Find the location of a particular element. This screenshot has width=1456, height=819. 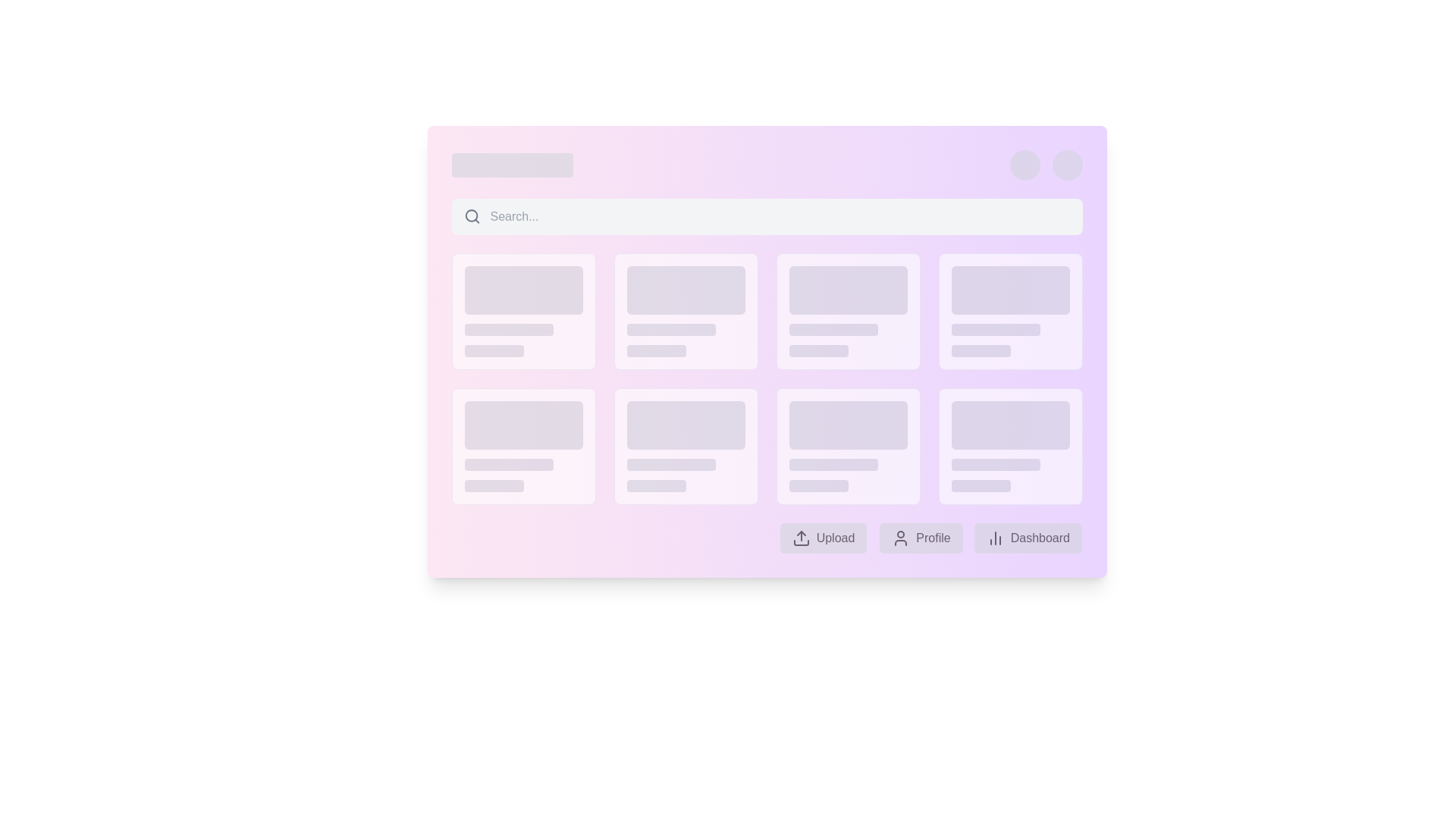

the inner circle of the magnifying glass icon, which represents the search functionality, located left of the search bar is located at coordinates (471, 216).